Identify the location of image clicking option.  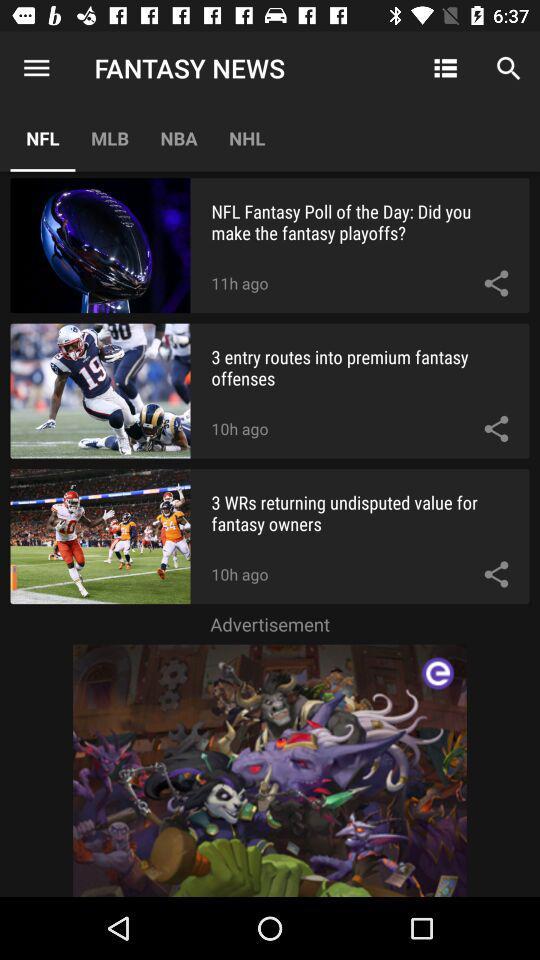
(270, 769).